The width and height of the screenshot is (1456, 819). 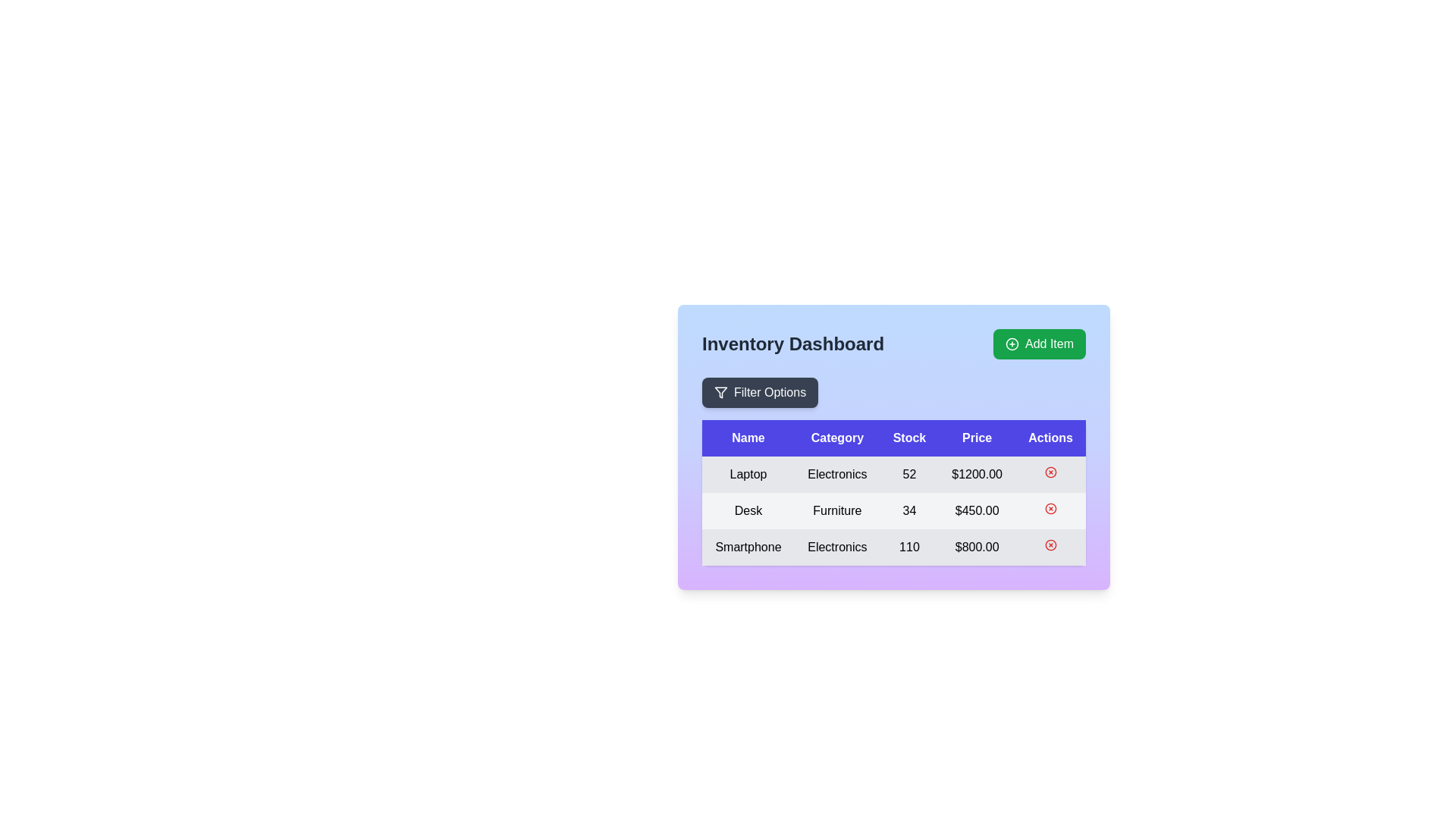 What do you see at coordinates (1050, 511) in the screenshot?
I see `the red circular icon with a bug symbol in the 'Actions' column of the 'Desk' row` at bounding box center [1050, 511].